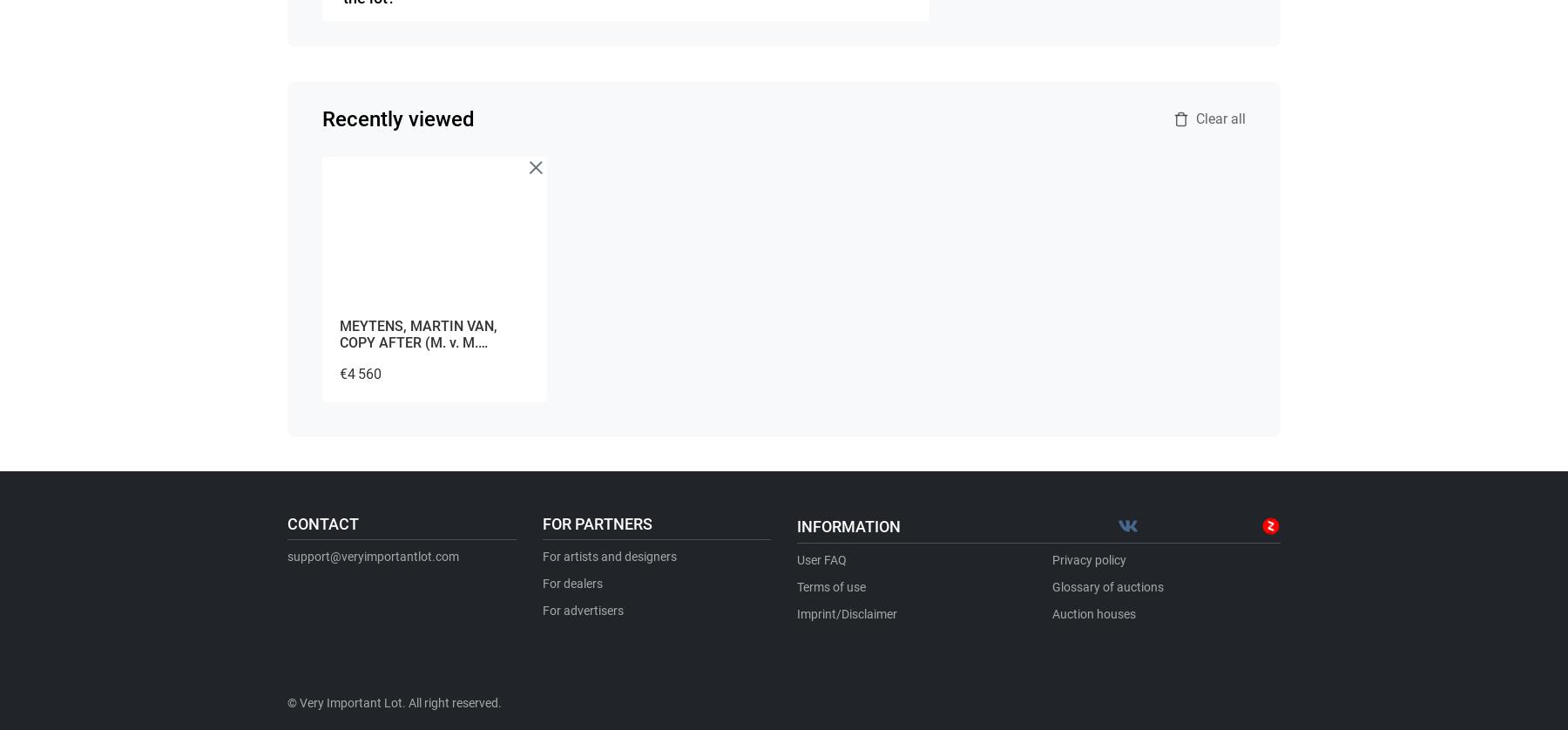 The image size is (1568, 730). Describe the element at coordinates (795, 586) in the screenshot. I see `'Terms of use'` at that location.